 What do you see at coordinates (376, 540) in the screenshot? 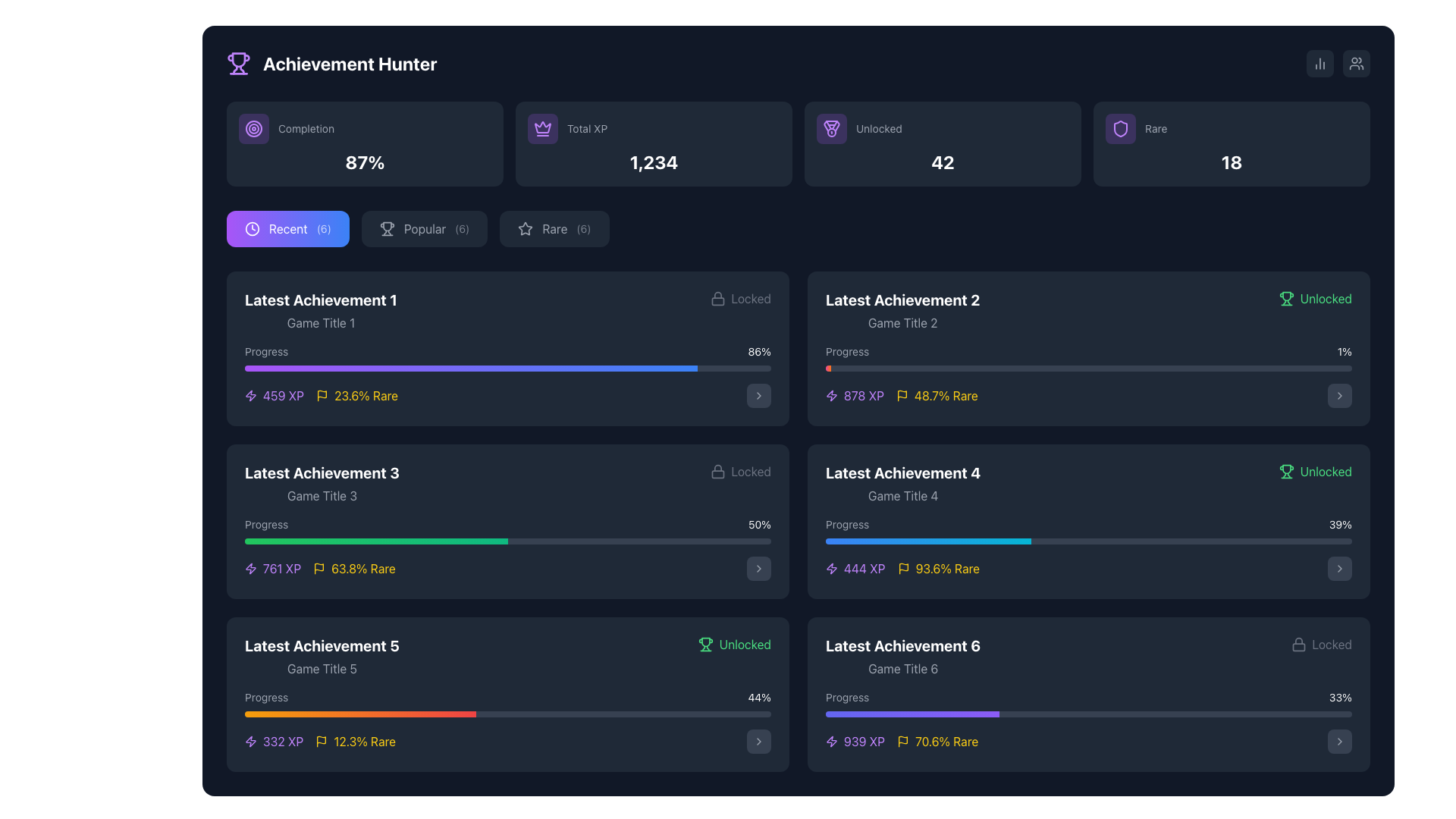
I see `the progress indicator bar located below the 'Latest Achievement 3' section in the middle column of the layout to visually indicate the progress completion status` at bounding box center [376, 540].